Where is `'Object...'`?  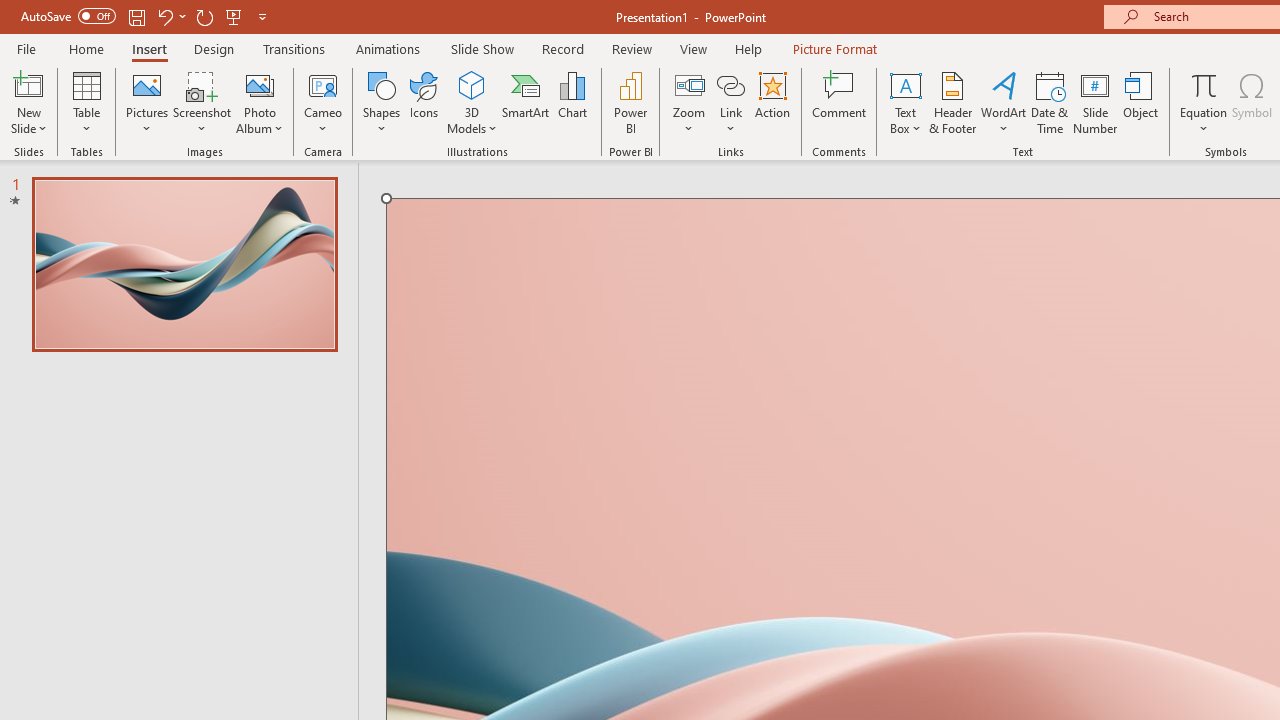
'Object...' is located at coordinates (1141, 103).